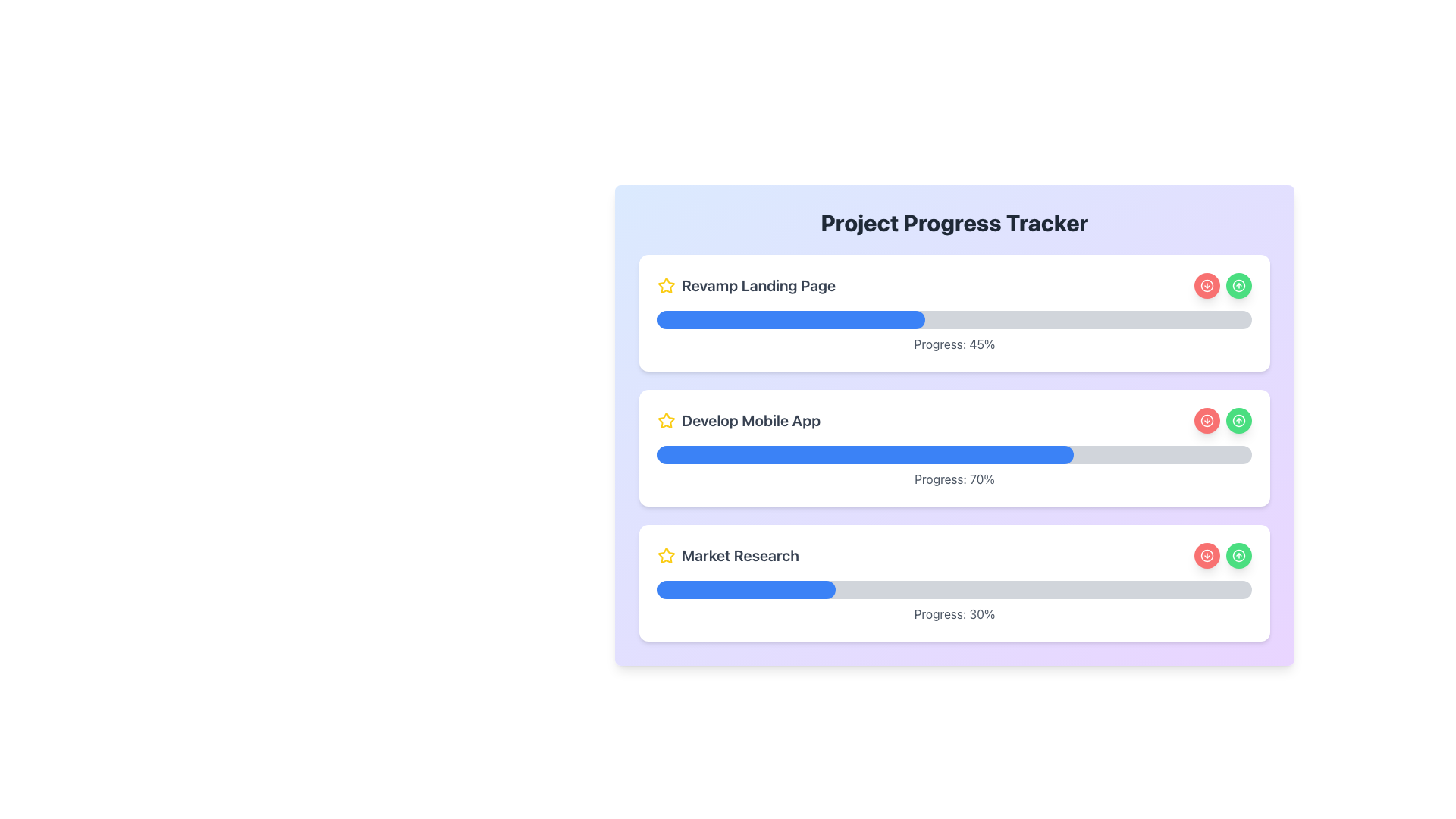 The height and width of the screenshot is (819, 1456). Describe the element at coordinates (666, 555) in the screenshot. I see `the importance/status icon located in the 'Market Research' project card, positioned to the left of the card title` at that location.